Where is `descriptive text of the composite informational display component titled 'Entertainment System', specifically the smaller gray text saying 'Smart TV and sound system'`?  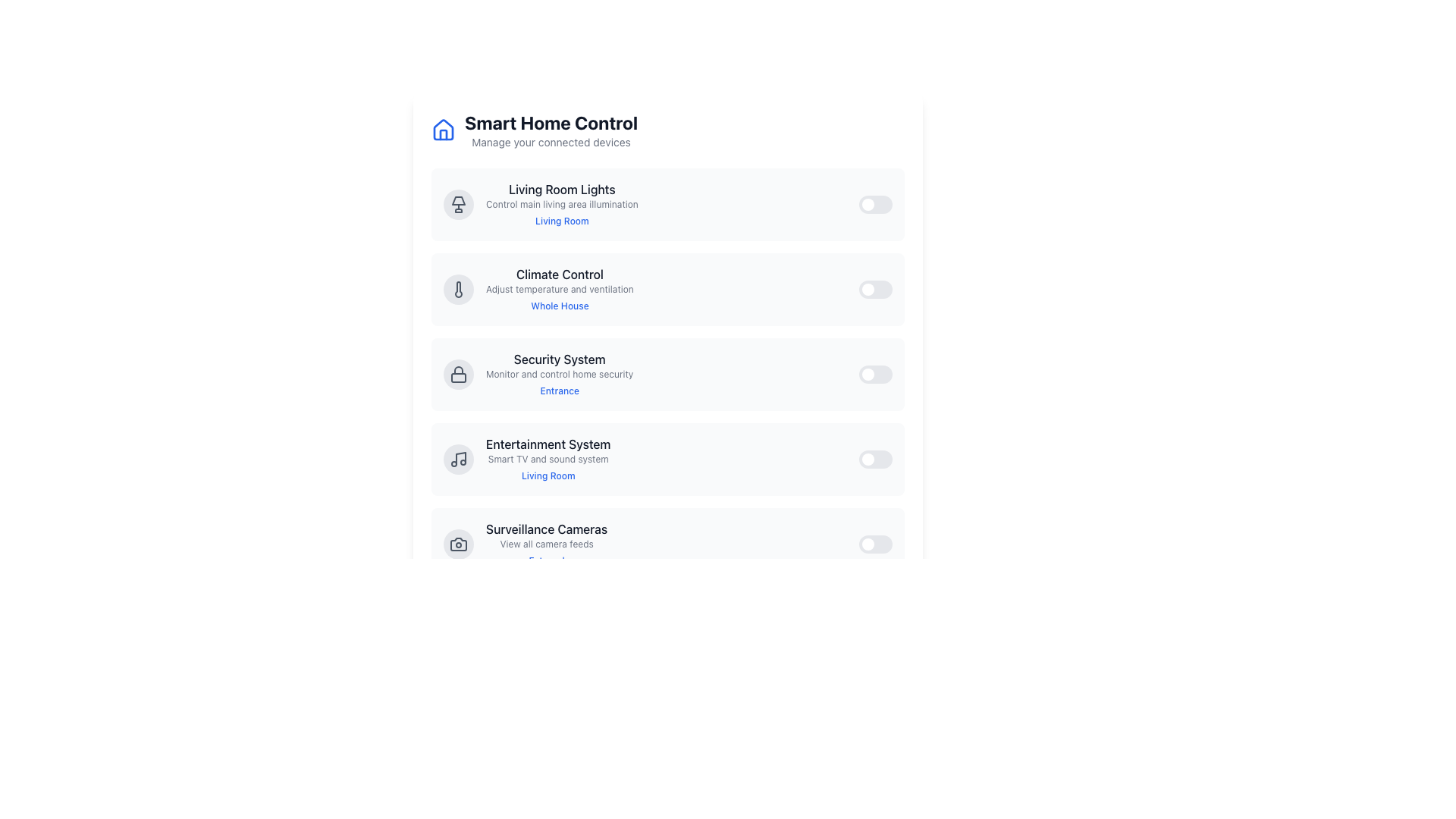
descriptive text of the composite informational display component titled 'Entertainment System', specifically the smaller gray text saying 'Smart TV and sound system' is located at coordinates (548, 458).